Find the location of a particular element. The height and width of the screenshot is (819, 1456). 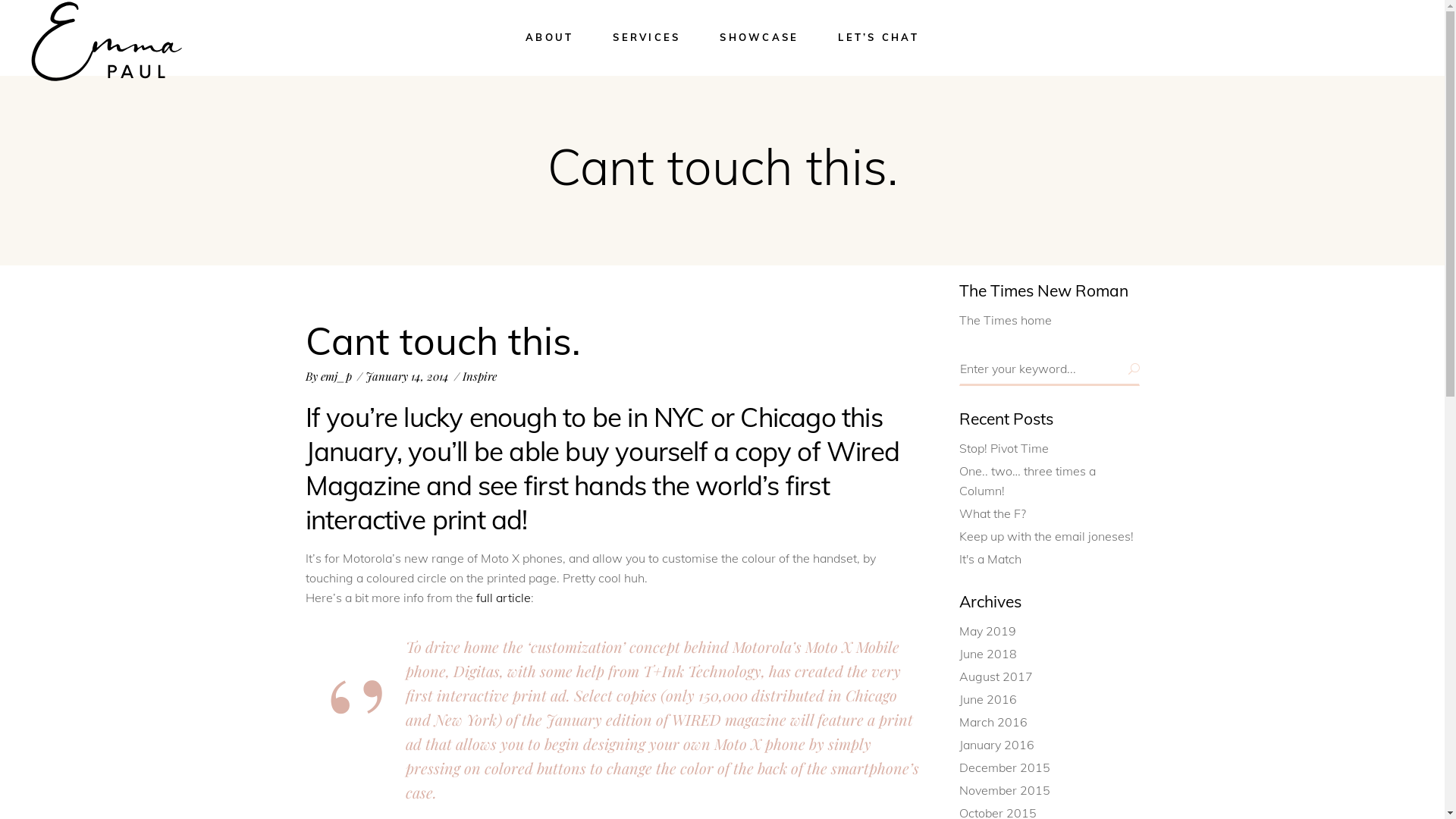

'The Times home' is located at coordinates (959, 318).